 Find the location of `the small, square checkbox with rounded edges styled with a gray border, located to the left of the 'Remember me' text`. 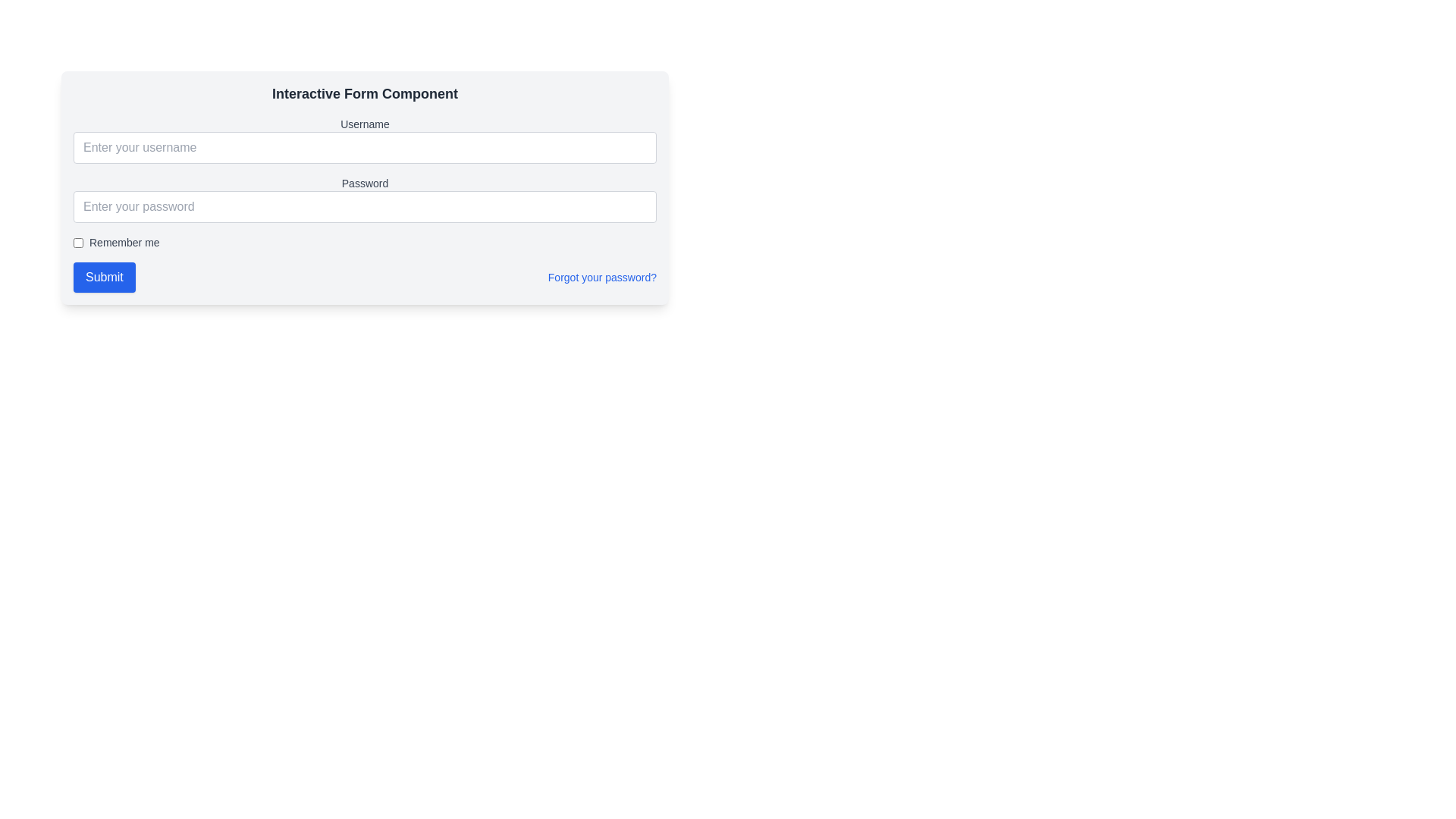

the small, square checkbox with rounded edges styled with a gray border, located to the left of the 'Remember me' text is located at coordinates (77, 242).